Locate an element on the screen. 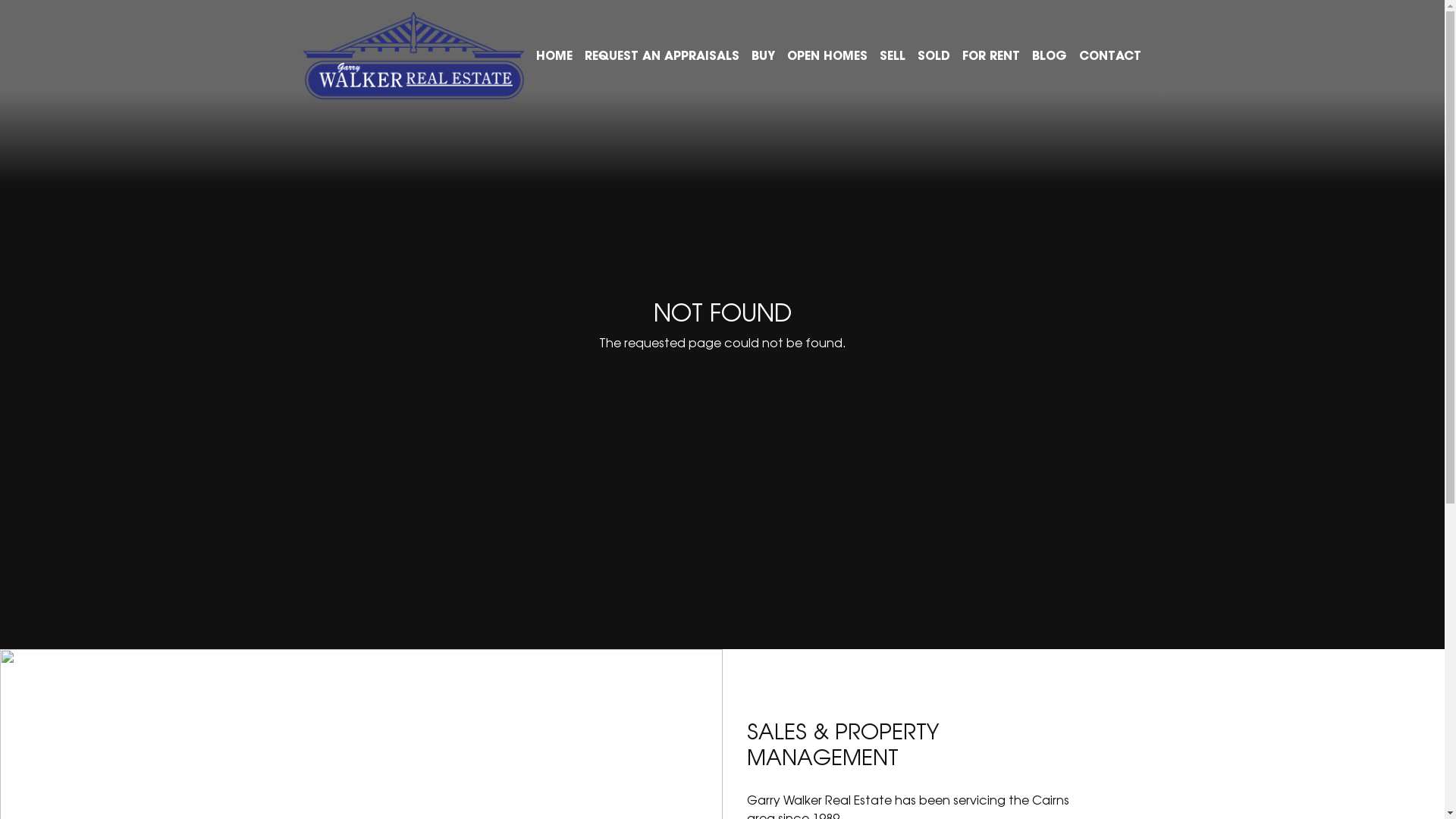 The height and width of the screenshot is (819, 1456). 'SELL' is located at coordinates (892, 55).